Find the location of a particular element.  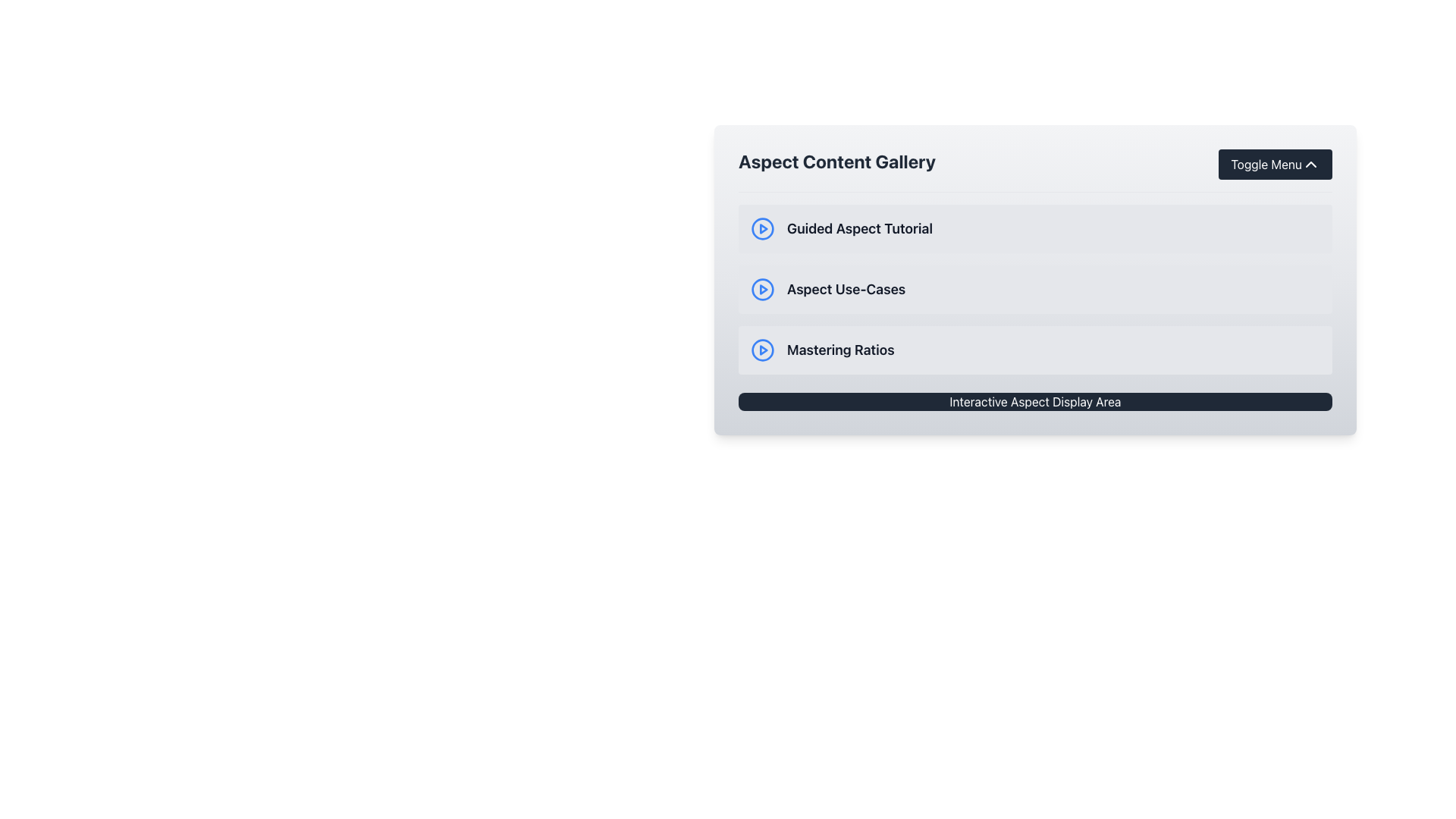

the 'Toggle Menu' button, which is dark gray with white text and located on the top-right side of the header section is located at coordinates (1275, 164).